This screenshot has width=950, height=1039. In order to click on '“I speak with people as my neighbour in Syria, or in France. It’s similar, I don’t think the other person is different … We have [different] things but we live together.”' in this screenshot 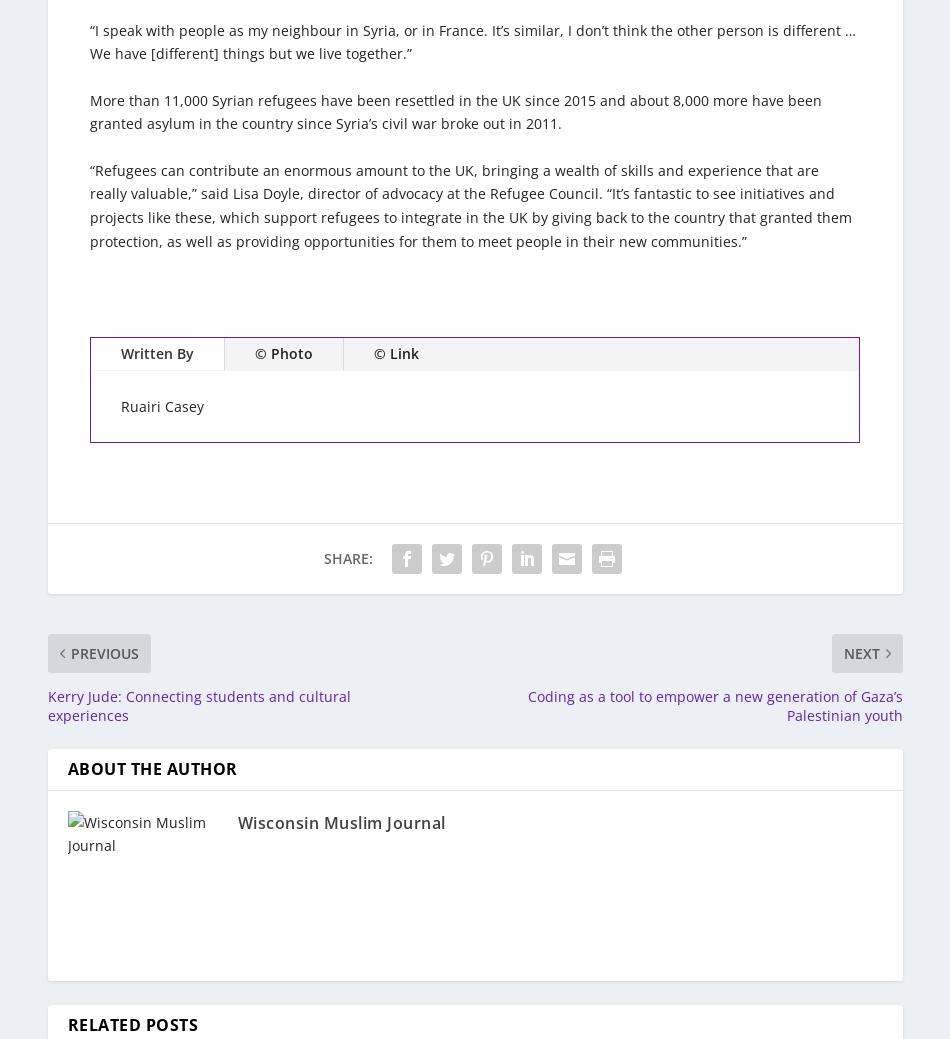, I will do `click(472, 40)`.